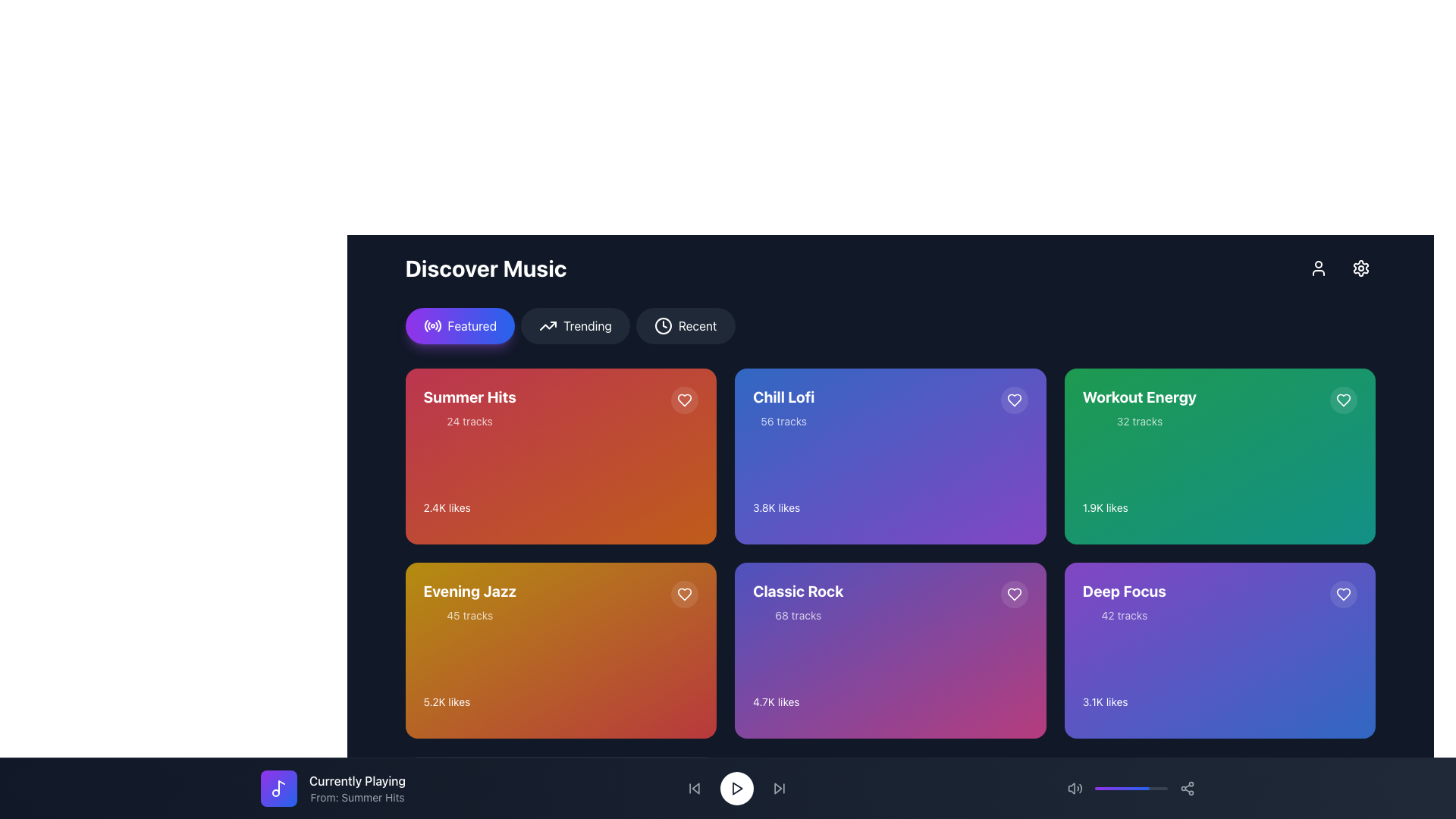  What do you see at coordinates (1014, 400) in the screenshot?
I see `the heart icon button in the top-right corner of the 'Chill Lofi' card` at bounding box center [1014, 400].